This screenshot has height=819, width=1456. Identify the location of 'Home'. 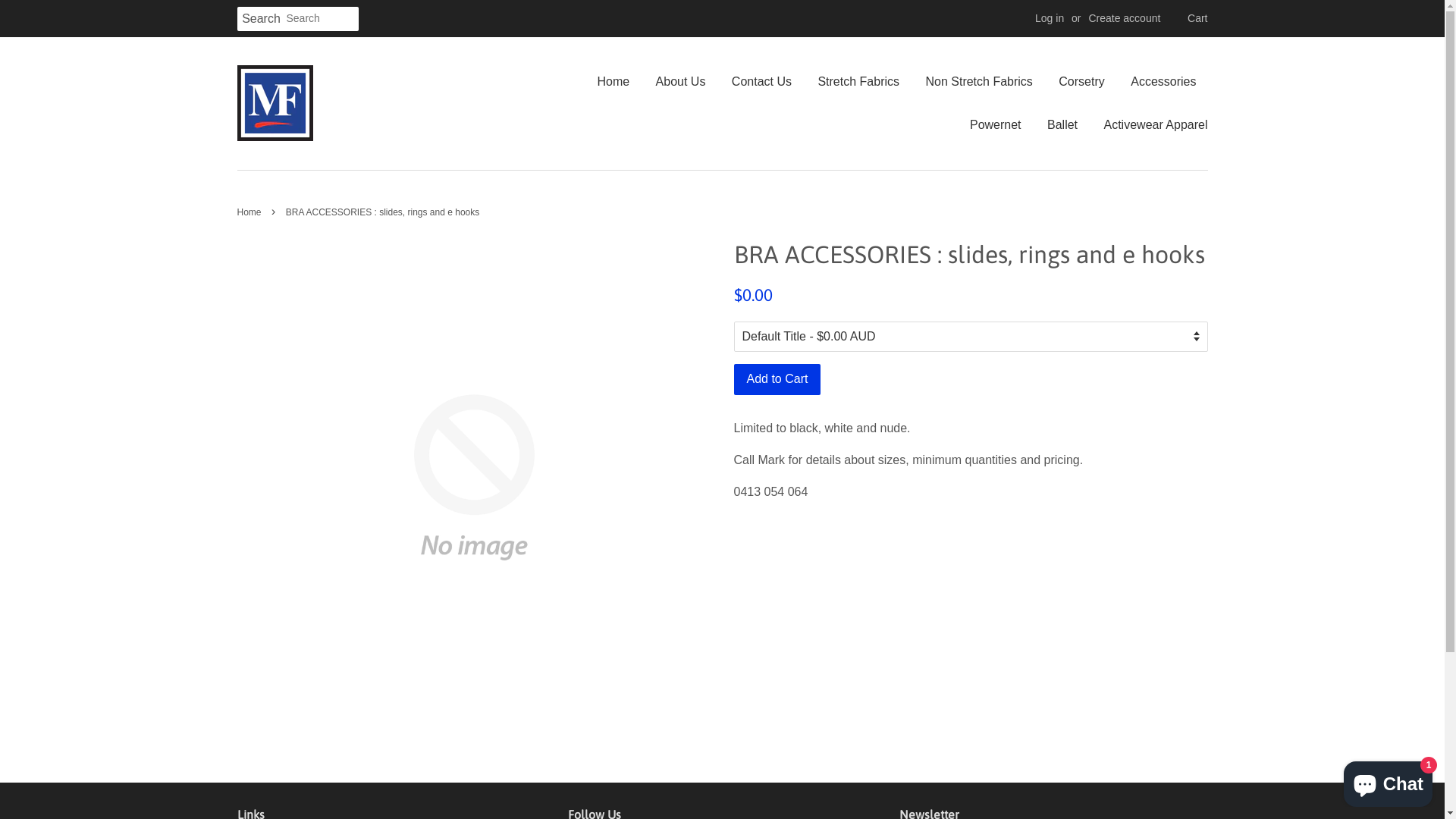
(596, 81).